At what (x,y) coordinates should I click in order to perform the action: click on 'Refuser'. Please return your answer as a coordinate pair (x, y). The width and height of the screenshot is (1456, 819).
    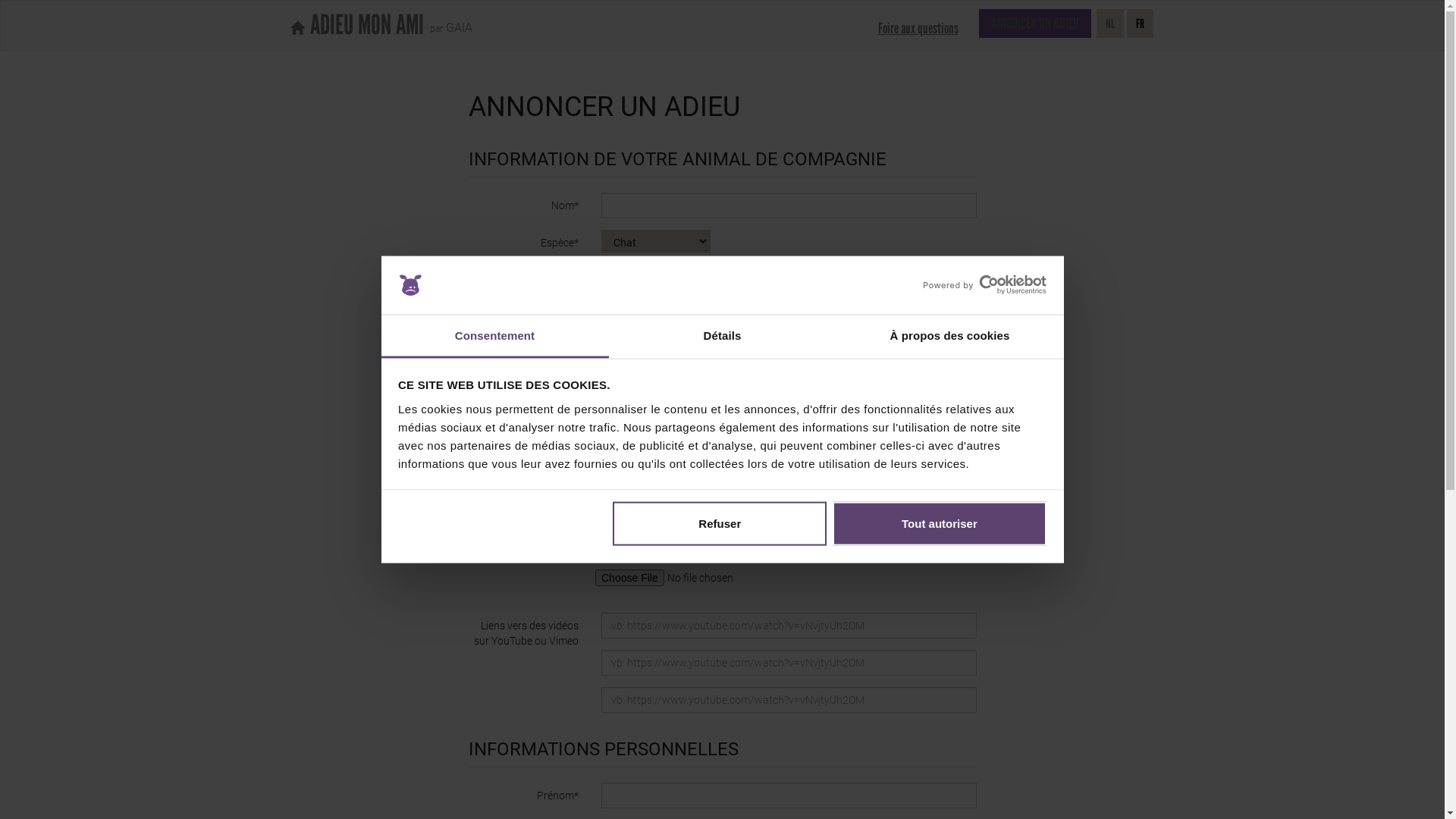
    Looking at the image, I should click on (719, 522).